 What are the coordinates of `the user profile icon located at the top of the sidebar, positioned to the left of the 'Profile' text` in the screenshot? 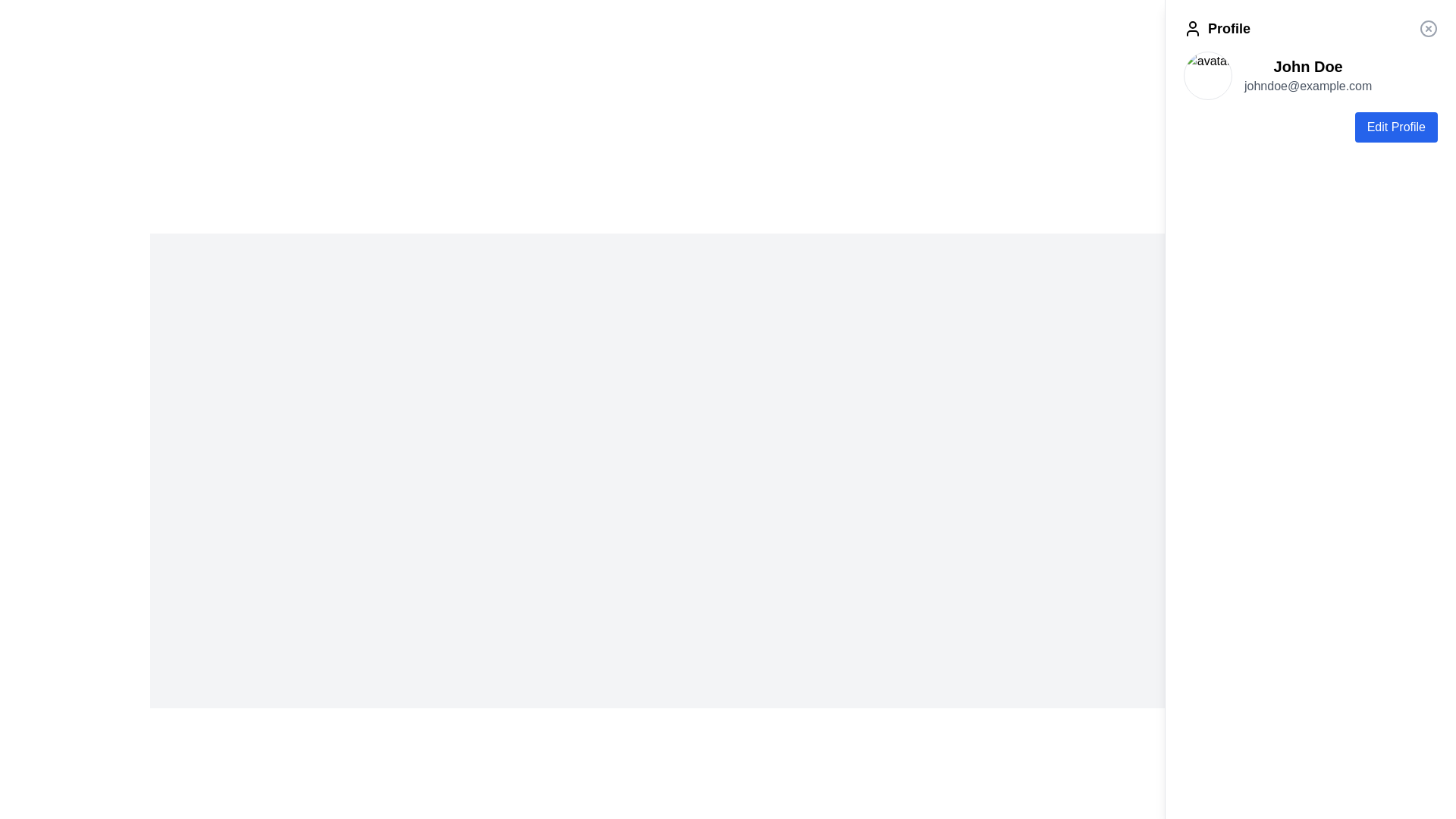 It's located at (1192, 29).